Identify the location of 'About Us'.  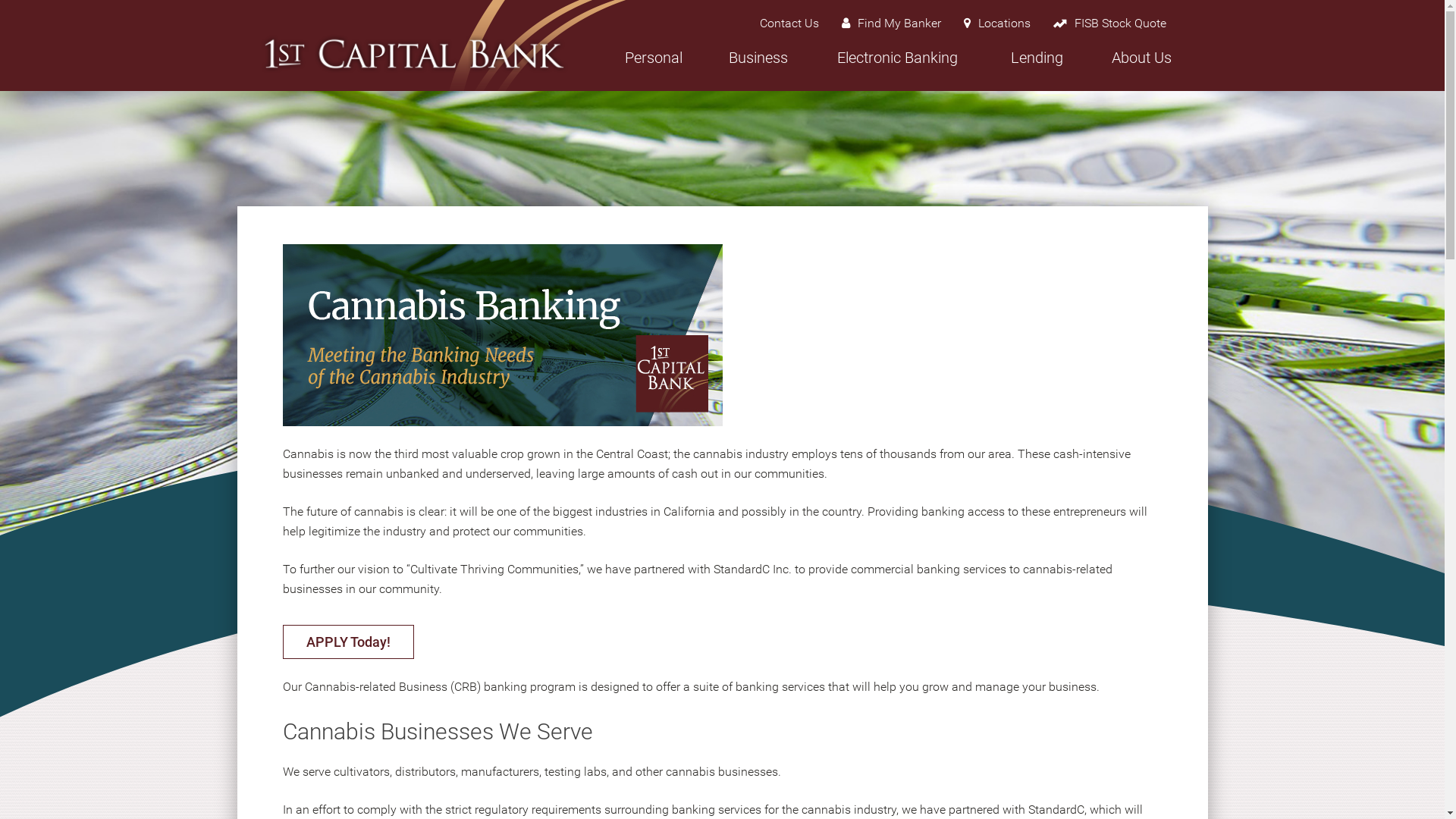
(1141, 65).